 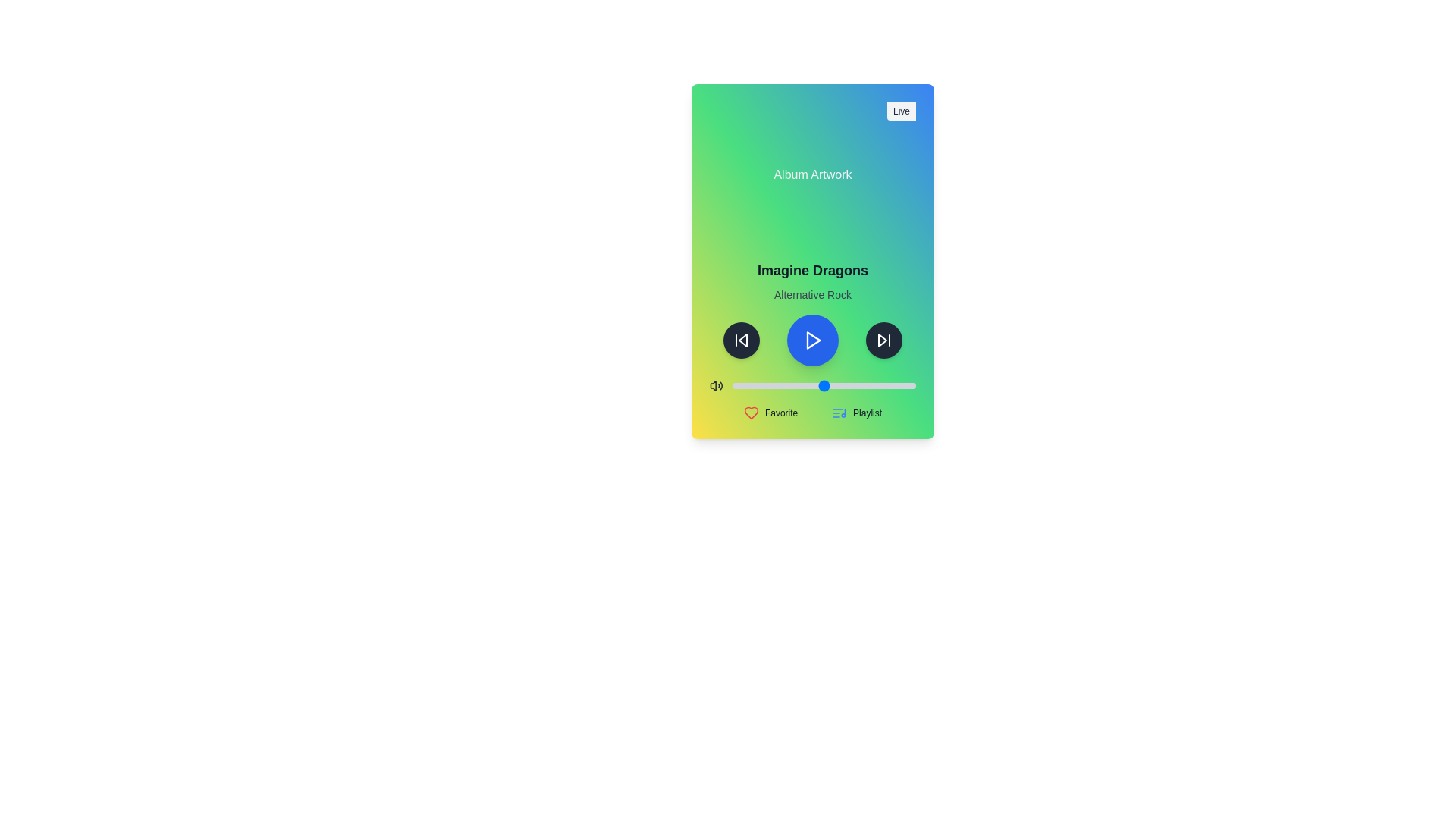 What do you see at coordinates (868, 413) in the screenshot?
I see `the 'Playlist' text label located at the bottom right of the interface's central card layout` at bounding box center [868, 413].